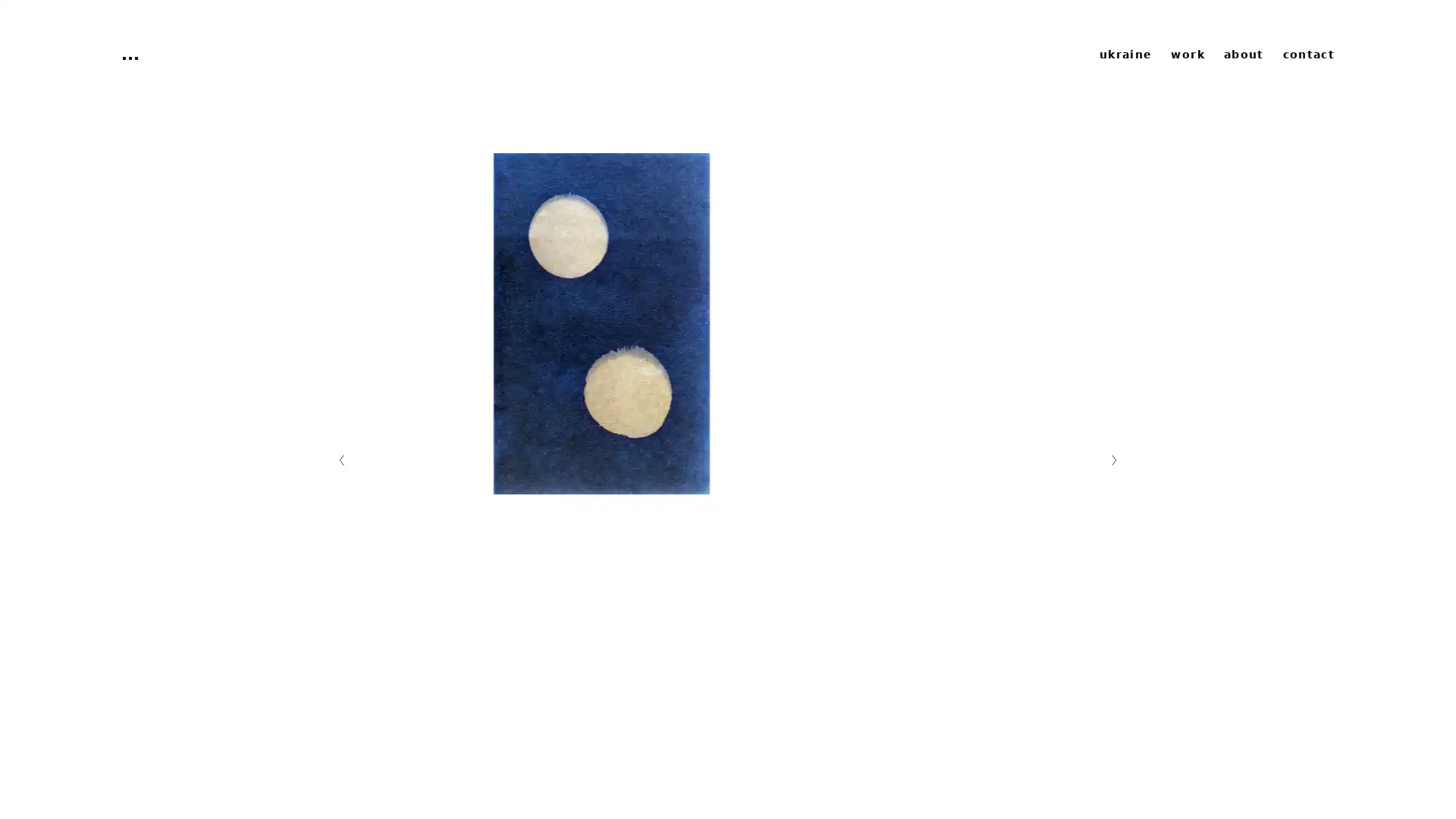  What do you see at coordinates (340, 459) in the screenshot?
I see `Vorherige Folie` at bounding box center [340, 459].